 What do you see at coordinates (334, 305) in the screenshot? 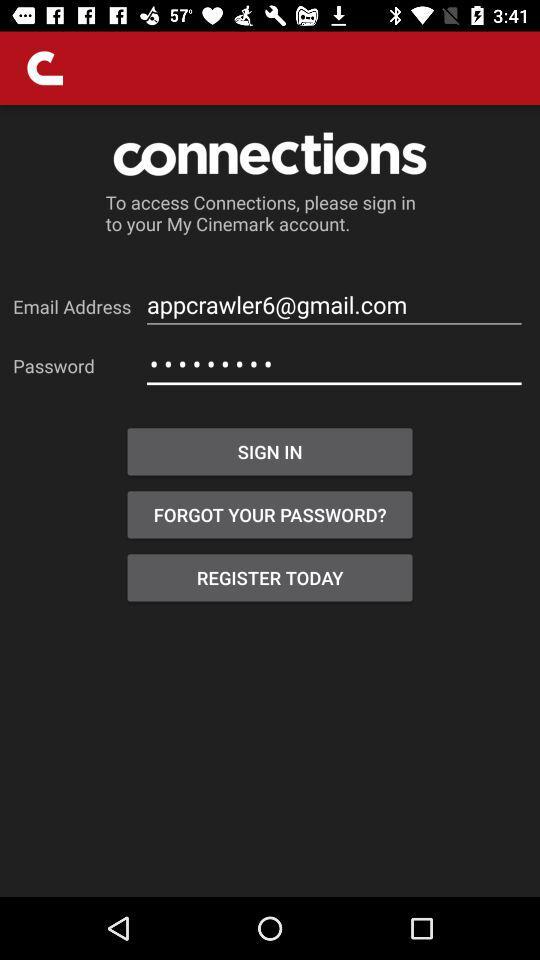
I see `the appcrawler6@gmail.com` at bounding box center [334, 305].